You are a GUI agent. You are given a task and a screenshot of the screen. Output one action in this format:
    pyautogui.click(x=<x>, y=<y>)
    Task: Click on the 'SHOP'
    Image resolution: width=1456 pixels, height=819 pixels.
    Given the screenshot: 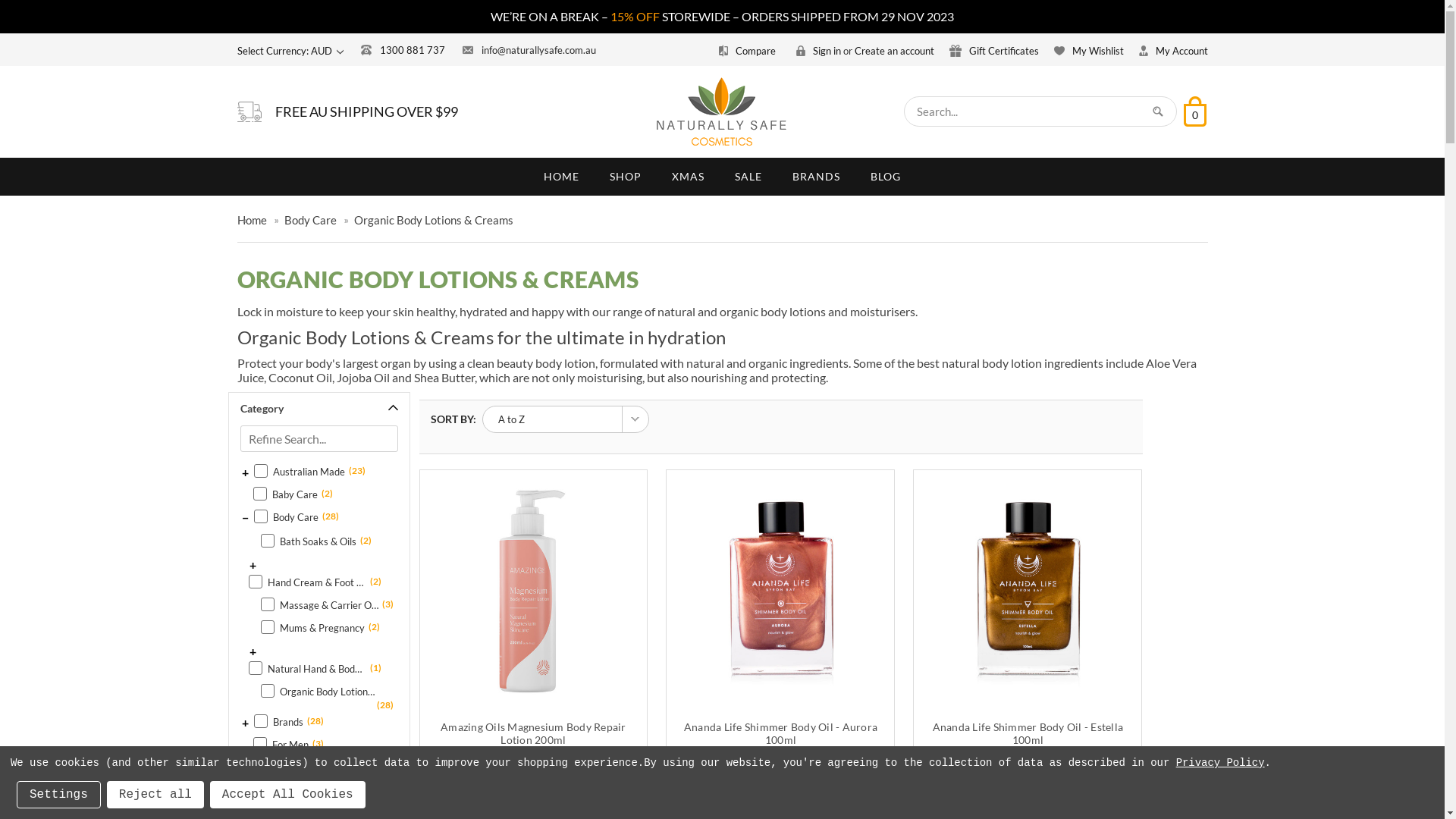 What is the action you would take?
    pyautogui.click(x=593, y=175)
    